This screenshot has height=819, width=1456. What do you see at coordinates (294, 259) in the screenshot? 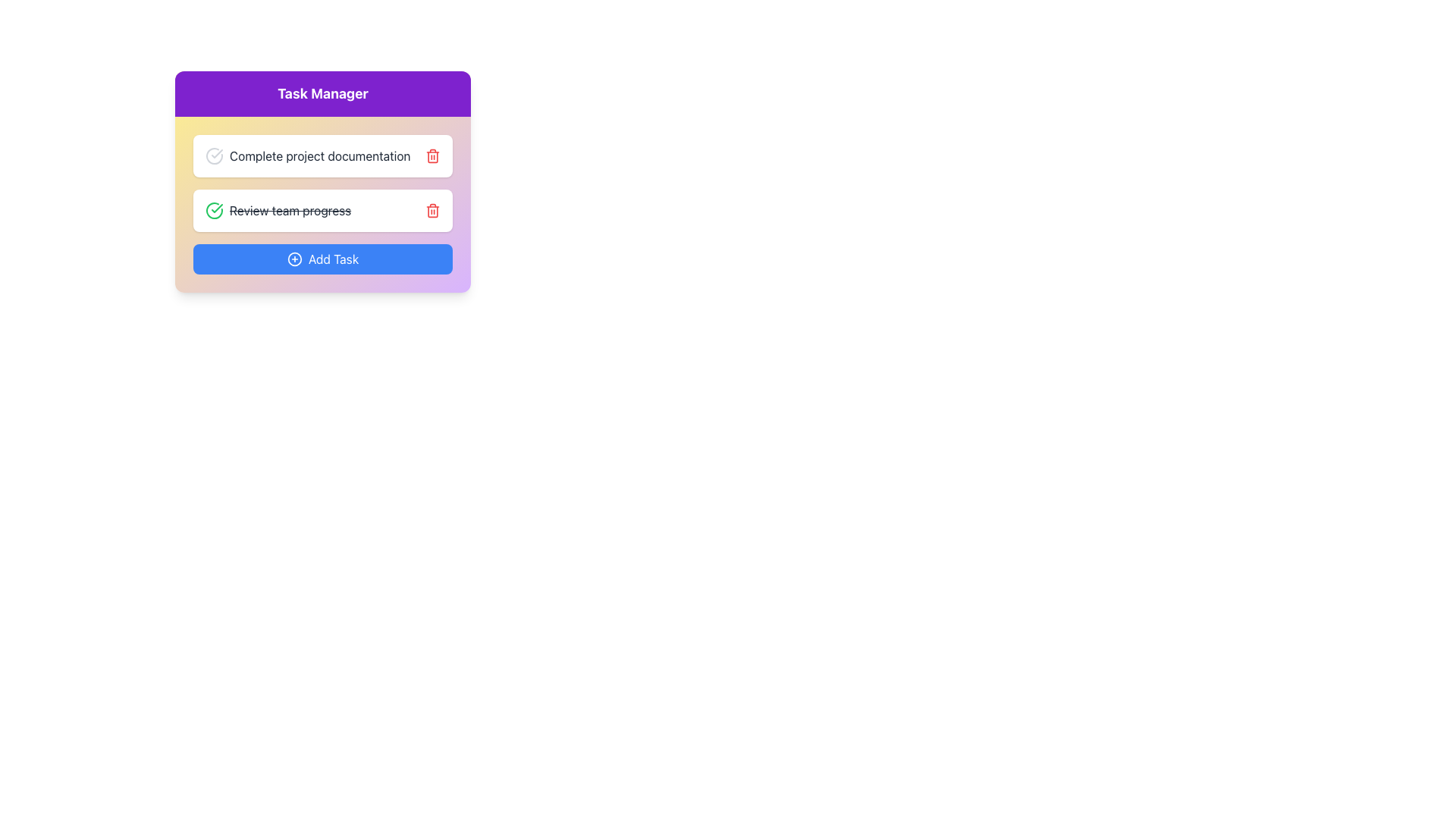
I see `the circular icon with a blue outline and a plus sign, located to the left of the 'Add Task' button at the bottom section of the Task Manager card` at bounding box center [294, 259].